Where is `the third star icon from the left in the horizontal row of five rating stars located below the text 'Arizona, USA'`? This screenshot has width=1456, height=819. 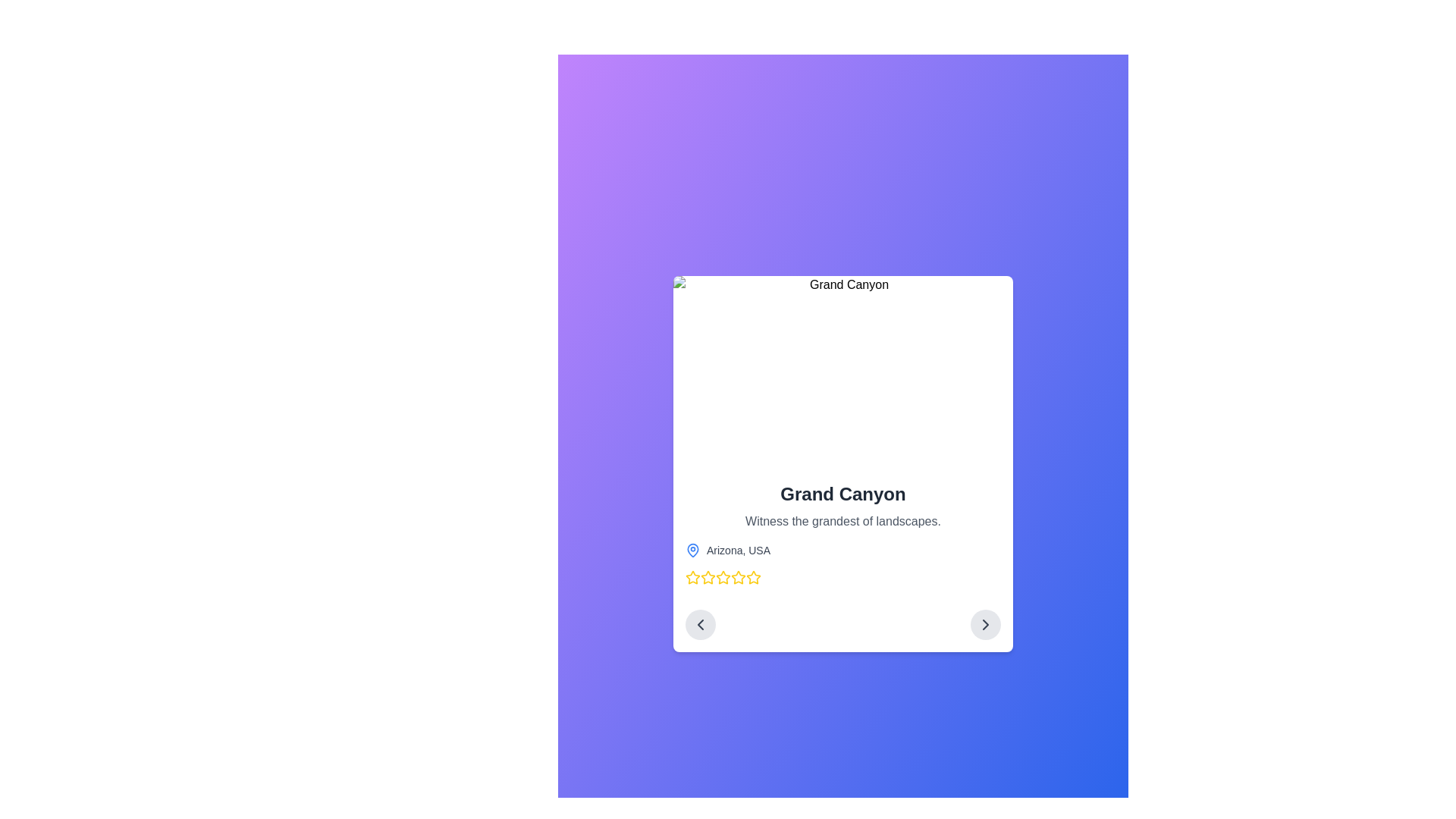 the third star icon from the left in the horizontal row of five rating stars located below the text 'Arizona, USA' is located at coordinates (708, 578).